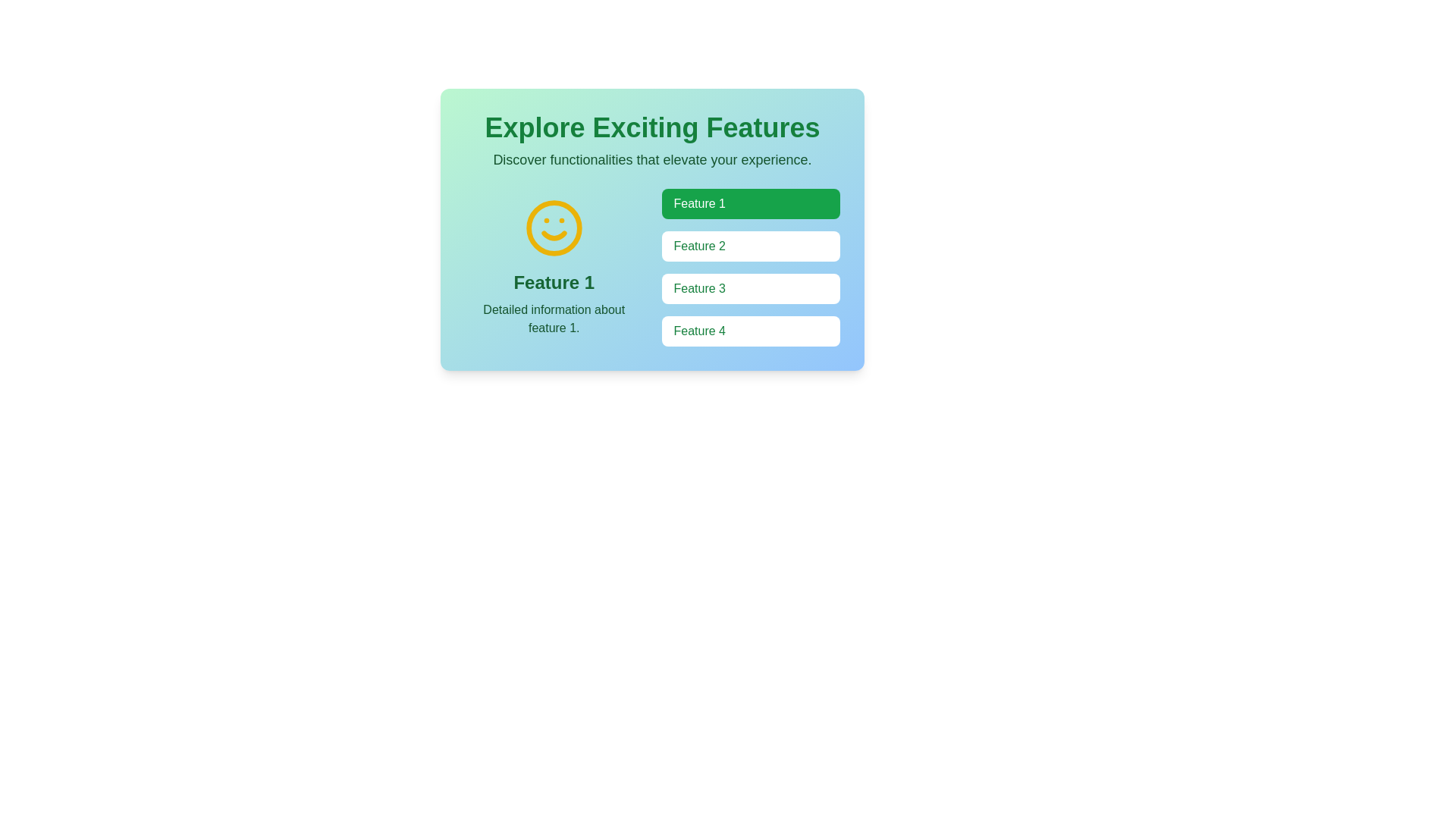 This screenshot has height=819, width=1456. What do you see at coordinates (553, 227) in the screenshot?
I see `circular element located at the center of the smiley face icon, which is part of the 'Feature 1' card layout` at bounding box center [553, 227].